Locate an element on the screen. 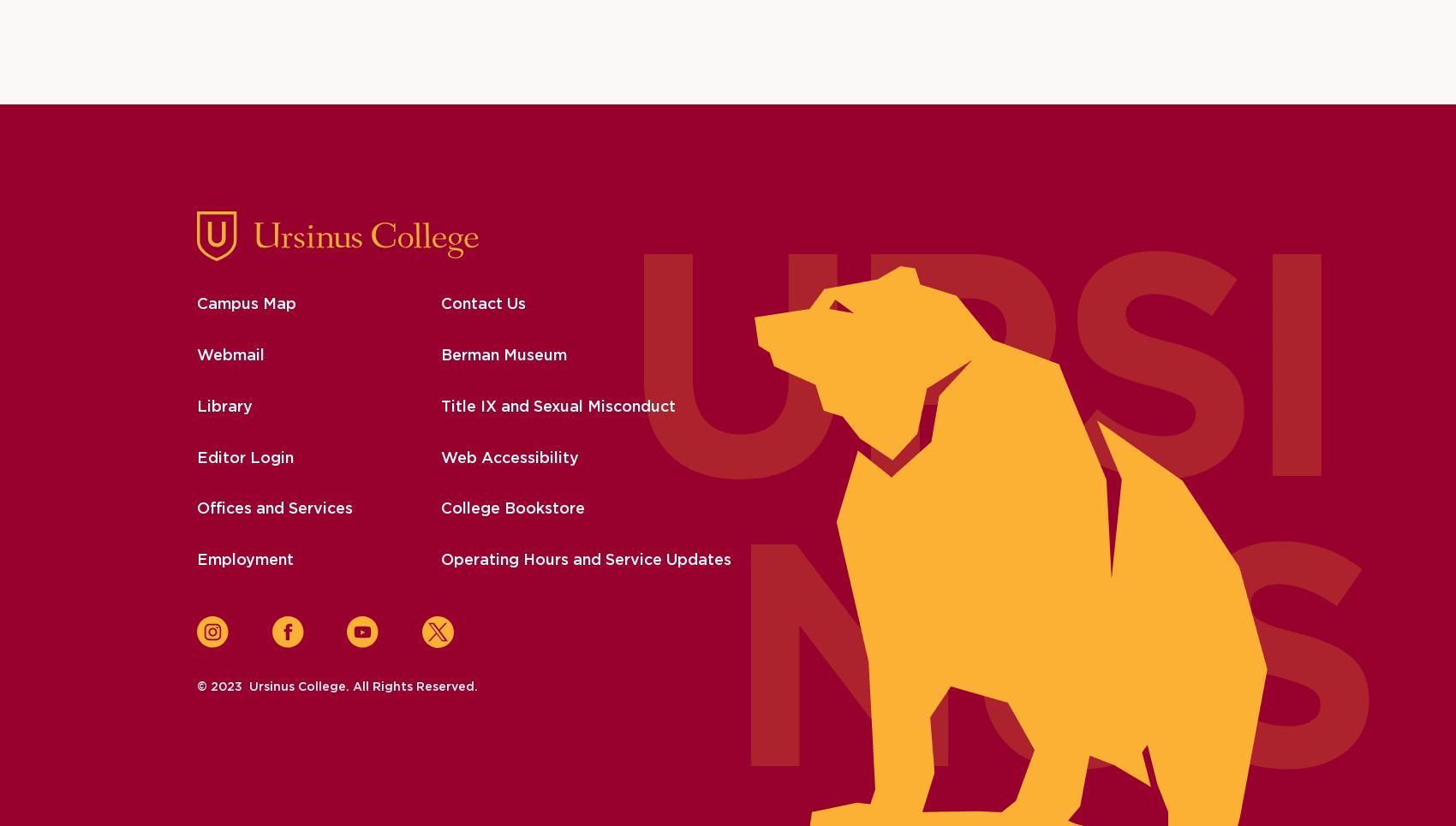 This screenshot has width=1456, height=826. 'Title IX and Sexual Misconduct' is located at coordinates (440, 405).